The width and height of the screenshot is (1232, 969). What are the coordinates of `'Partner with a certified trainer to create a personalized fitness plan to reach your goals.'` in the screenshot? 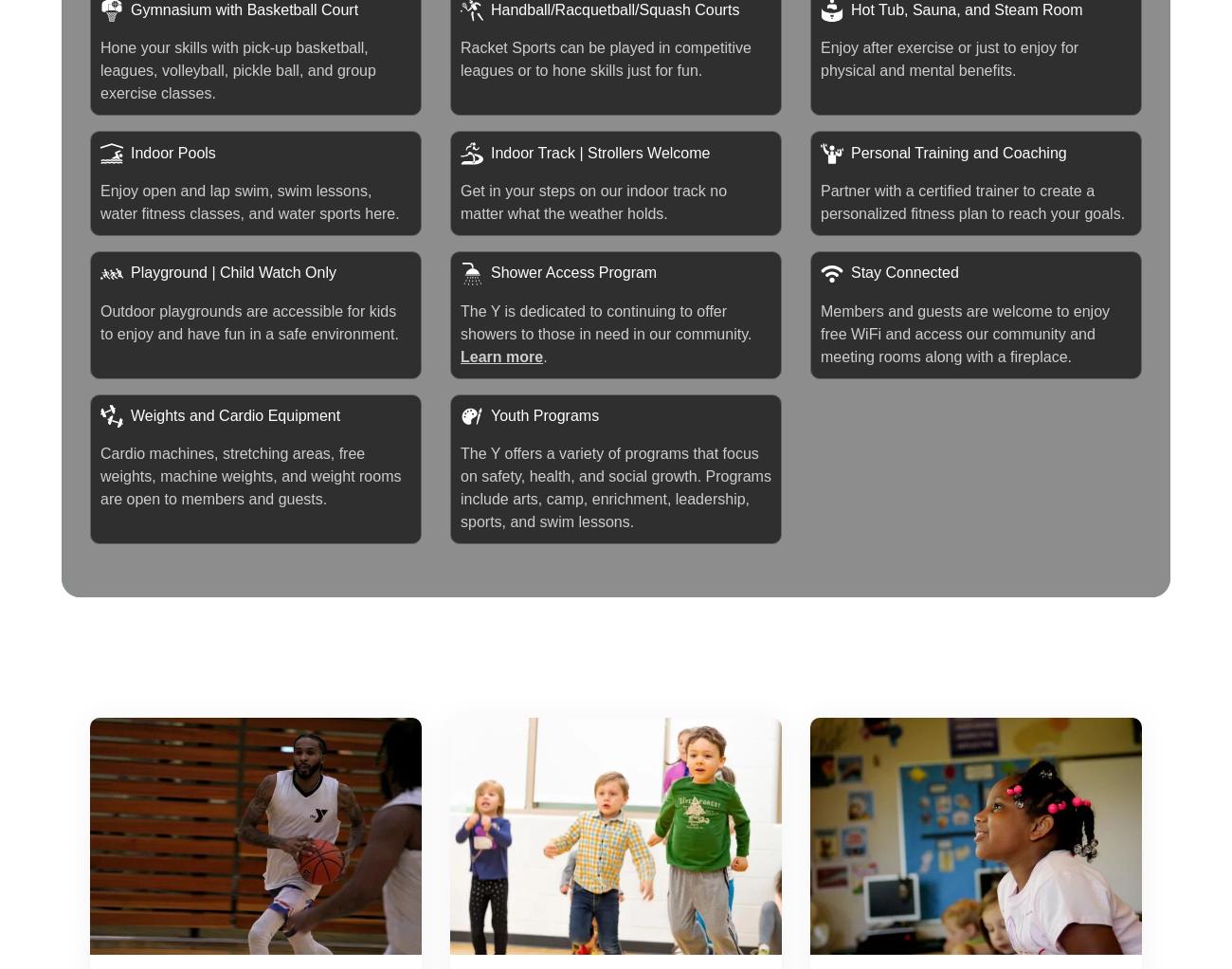 It's located at (971, 201).